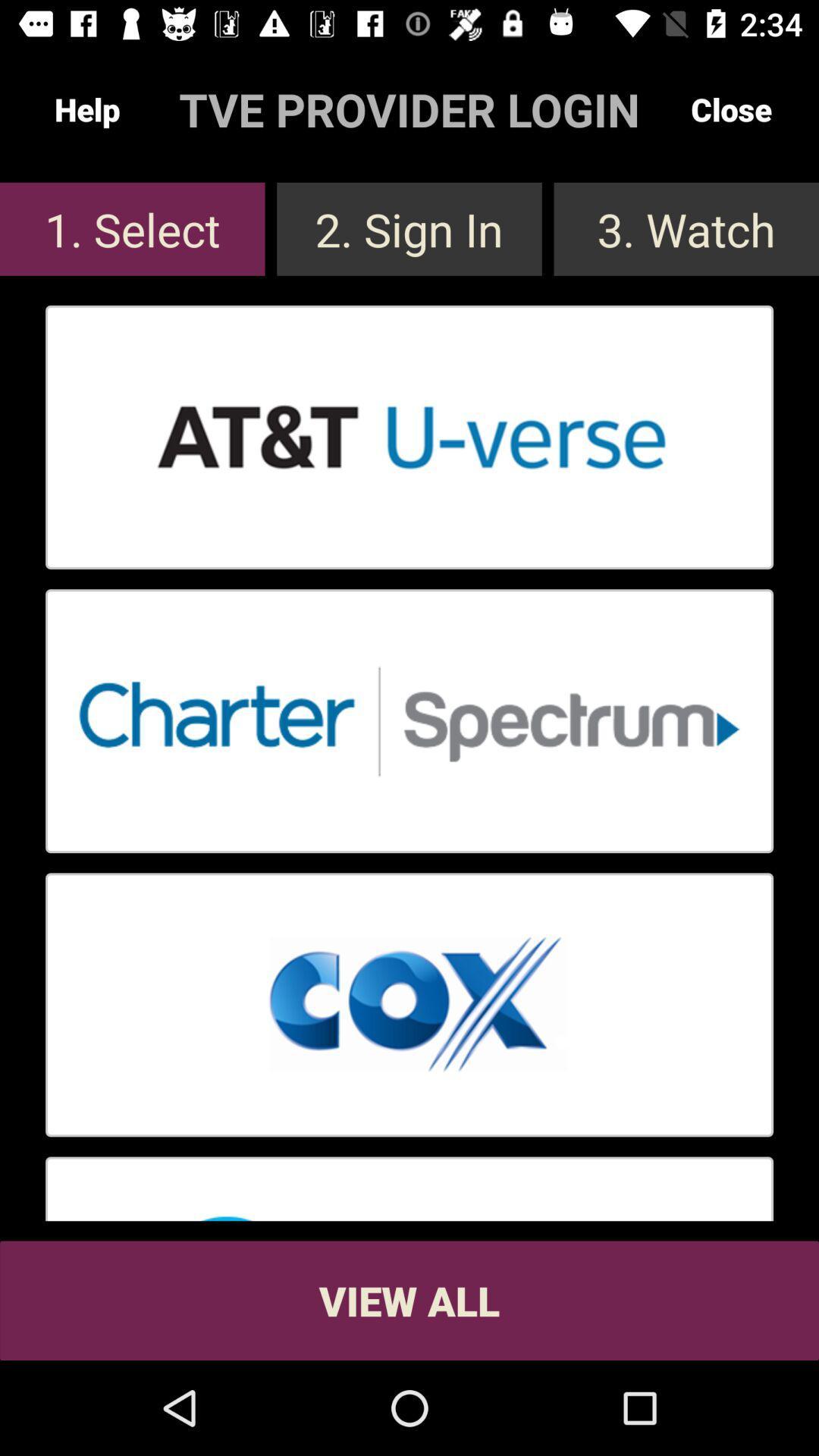 This screenshot has width=819, height=1456. What do you see at coordinates (409, 1300) in the screenshot?
I see `view all button` at bounding box center [409, 1300].